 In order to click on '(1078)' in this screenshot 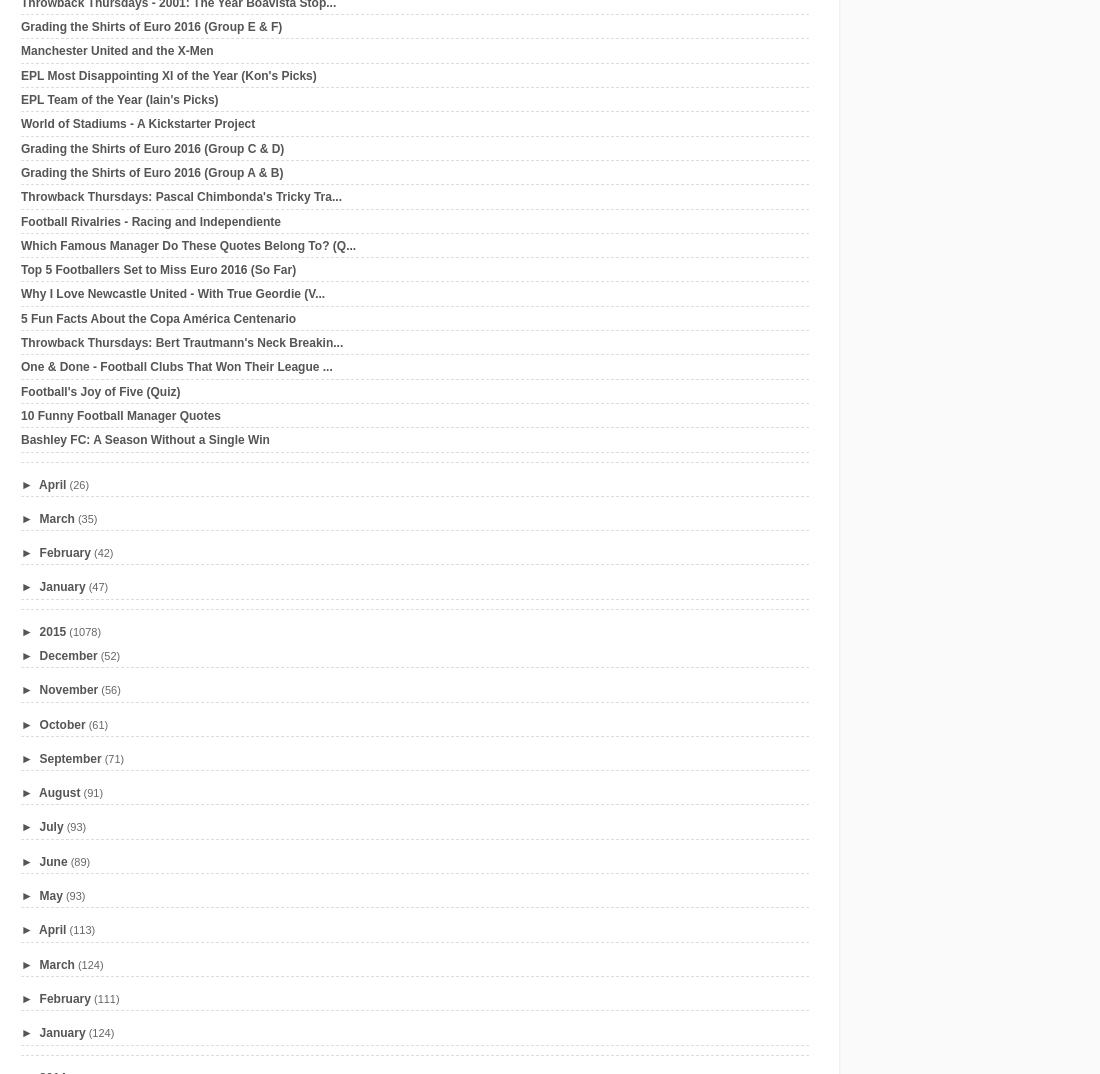, I will do `click(67, 630)`.